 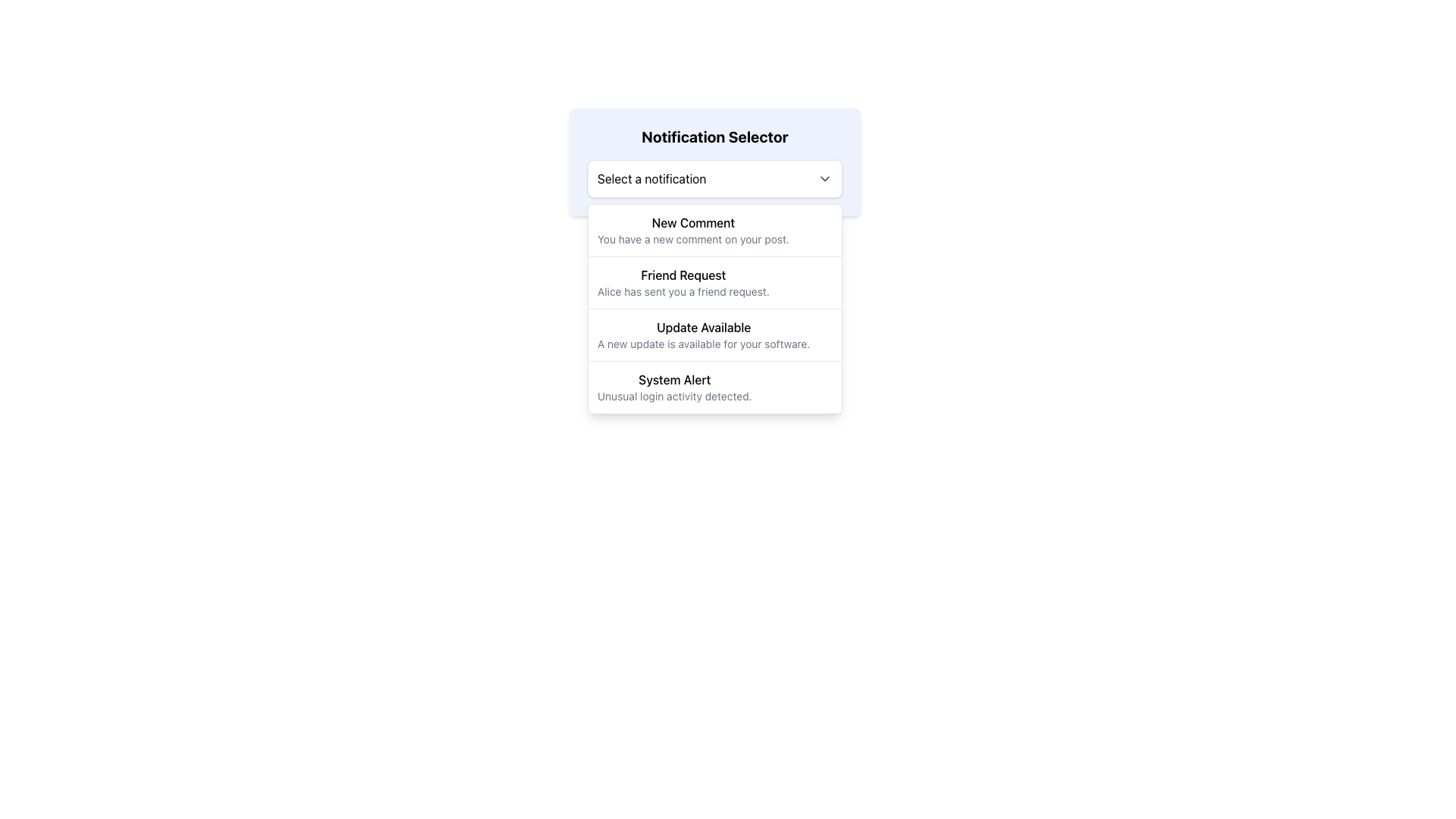 What do you see at coordinates (703, 327) in the screenshot?
I see `text of the main title for the third notification item in the 'Notification Selector' dropdown menu` at bounding box center [703, 327].